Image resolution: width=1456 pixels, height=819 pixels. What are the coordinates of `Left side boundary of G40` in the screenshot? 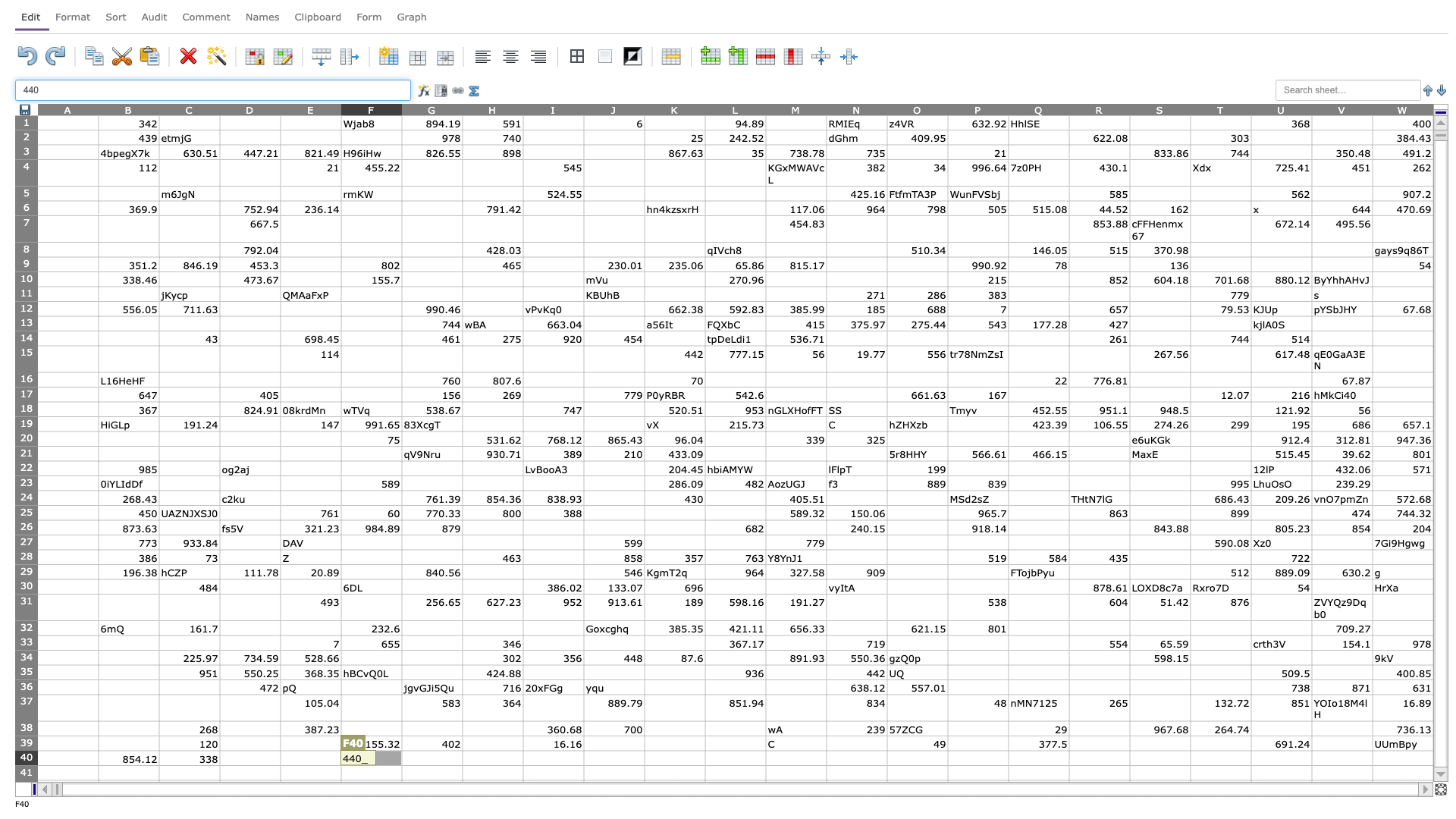 It's located at (401, 758).